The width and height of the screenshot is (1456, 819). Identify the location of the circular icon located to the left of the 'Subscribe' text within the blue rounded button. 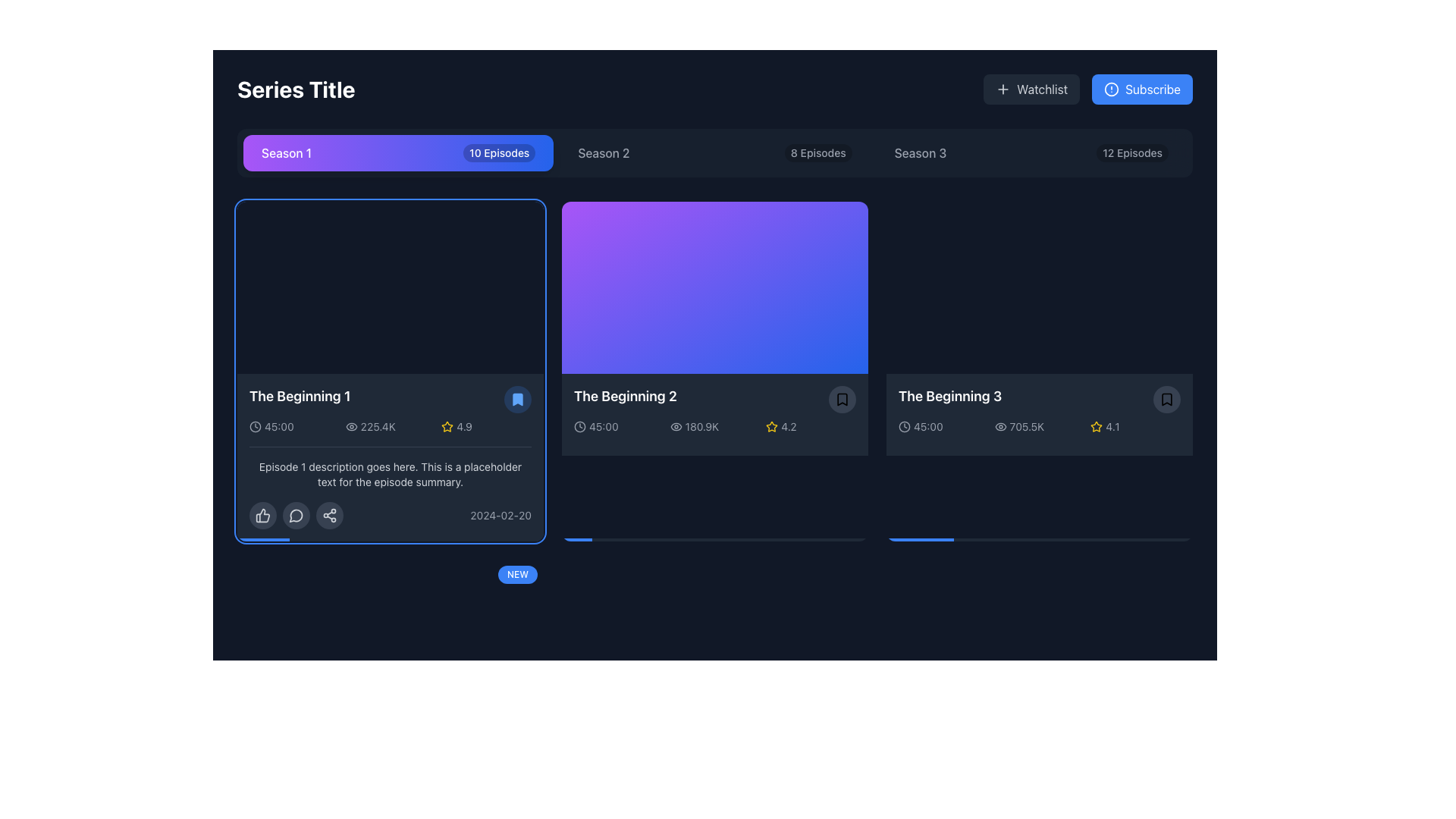
(1112, 89).